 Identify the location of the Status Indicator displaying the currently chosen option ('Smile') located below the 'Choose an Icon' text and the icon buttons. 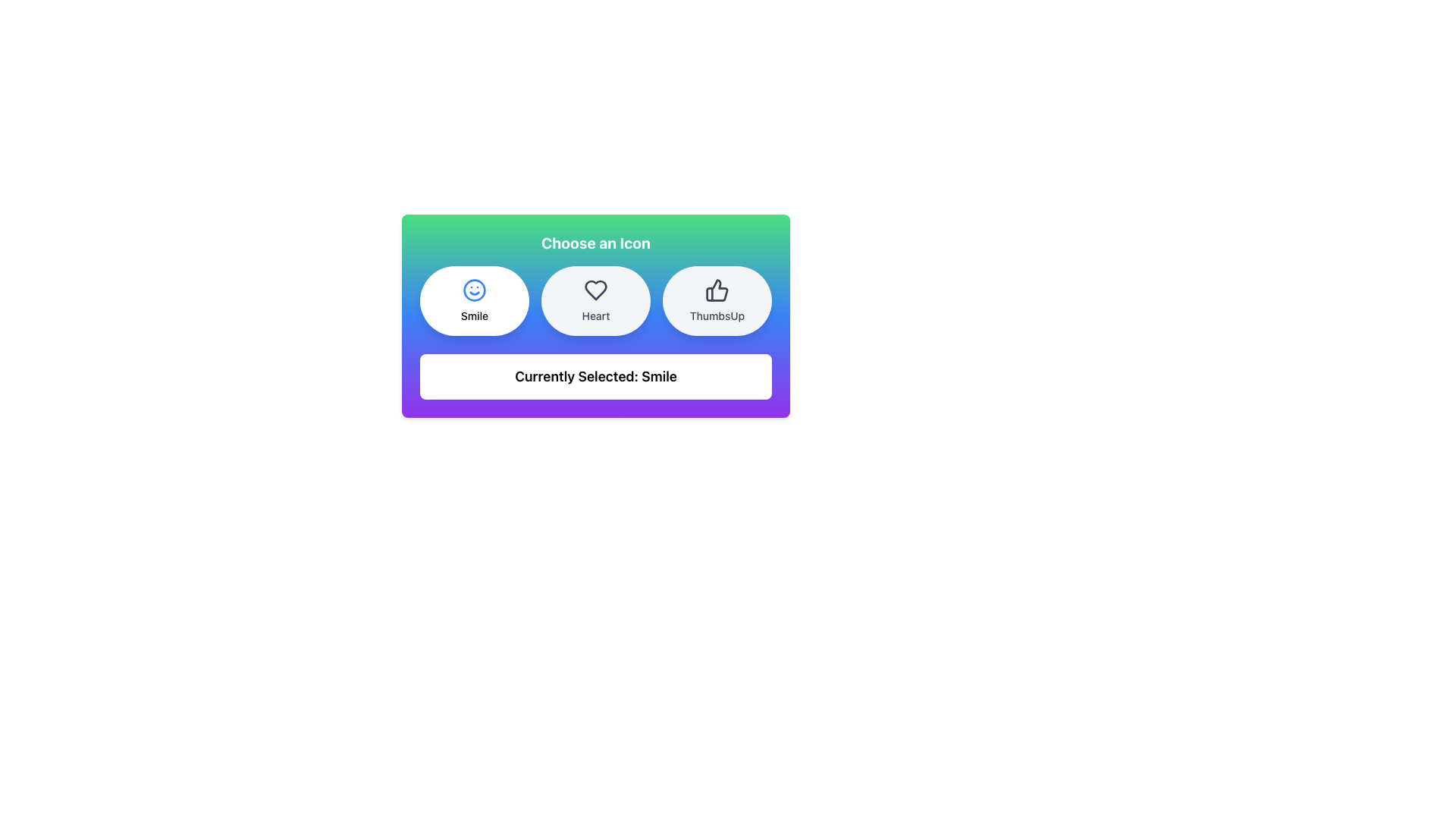
(595, 376).